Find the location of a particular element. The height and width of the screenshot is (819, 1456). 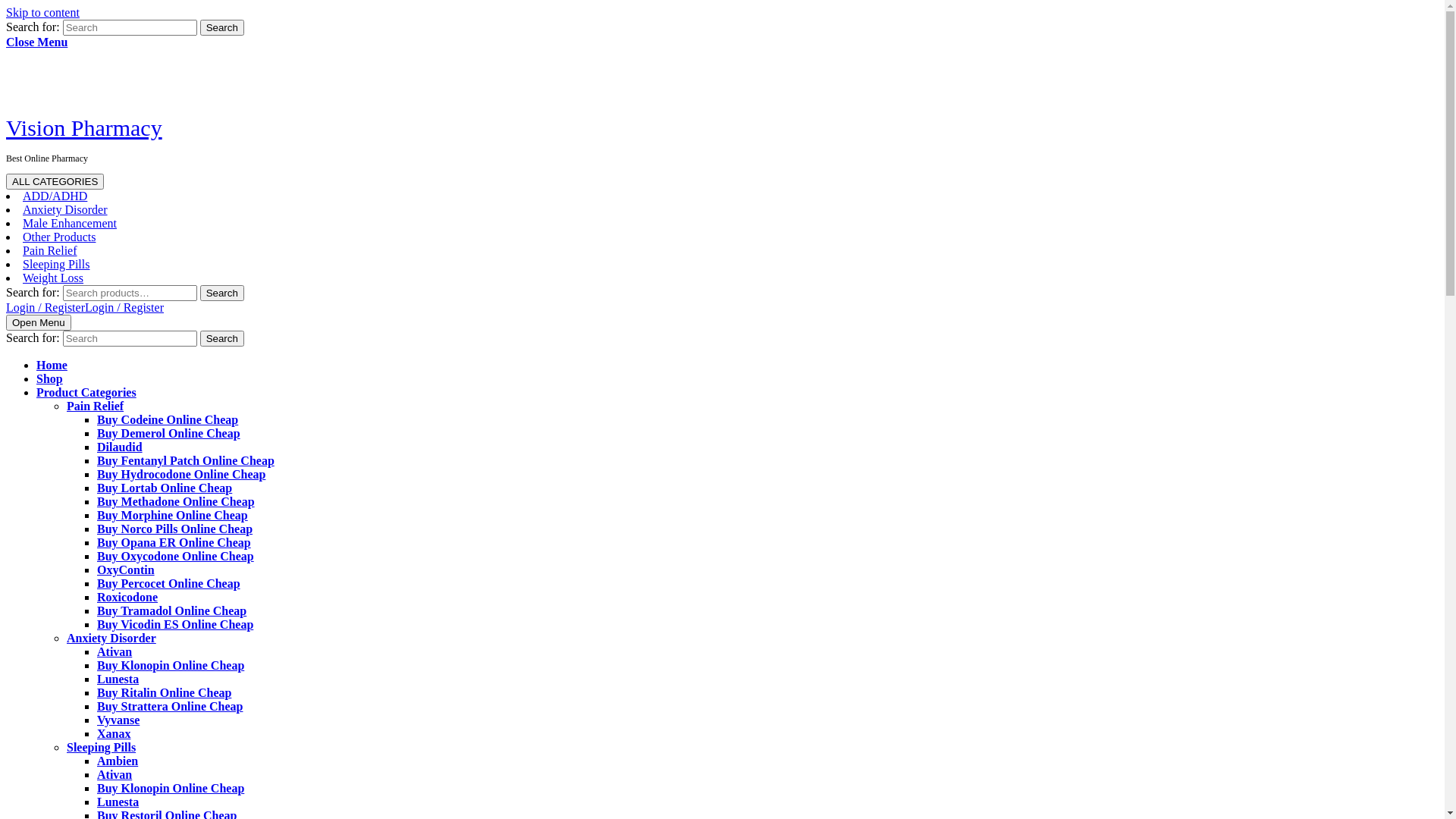

'OxyContin' is located at coordinates (126, 570).